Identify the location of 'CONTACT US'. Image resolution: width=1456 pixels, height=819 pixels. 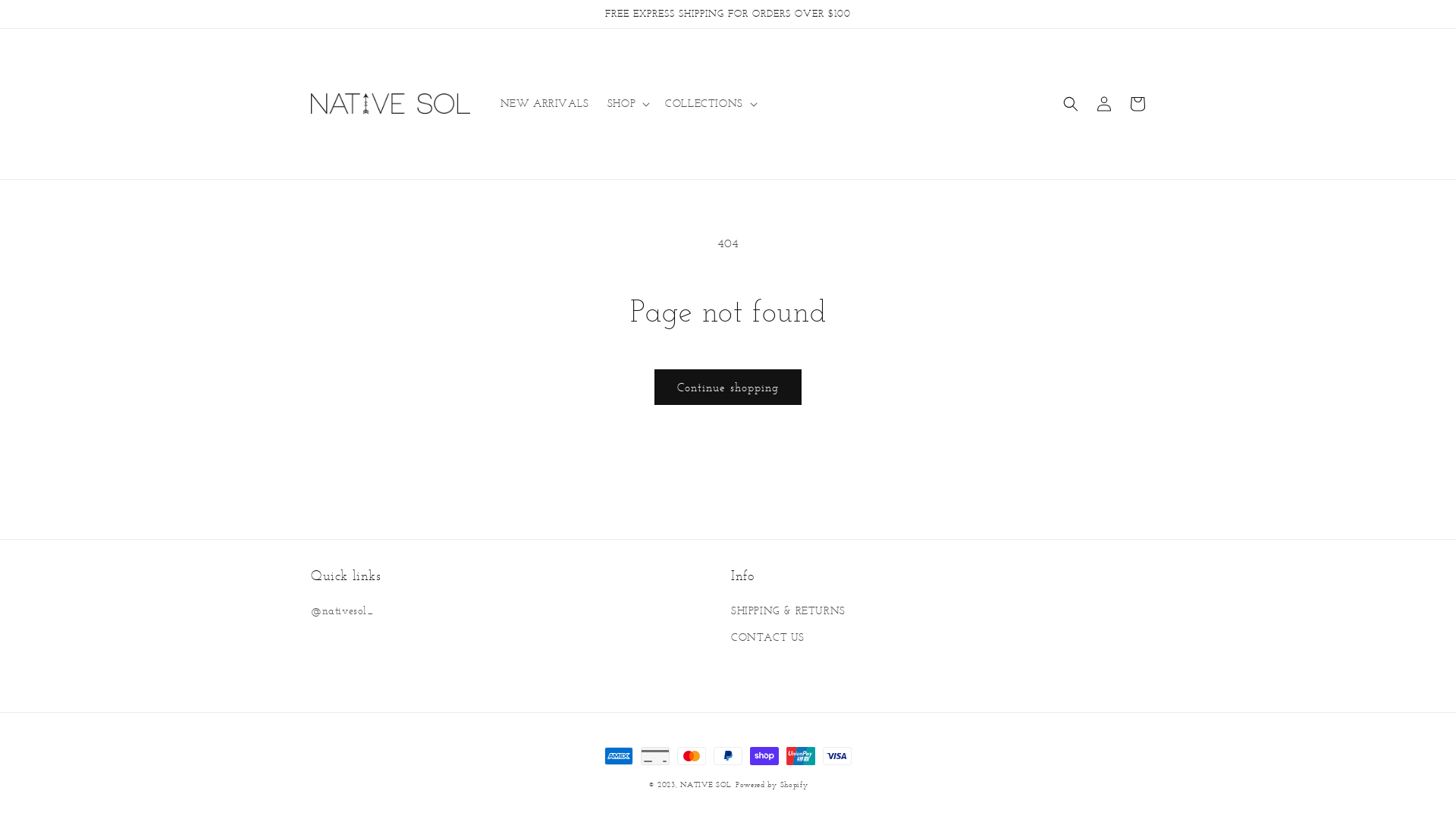
(767, 637).